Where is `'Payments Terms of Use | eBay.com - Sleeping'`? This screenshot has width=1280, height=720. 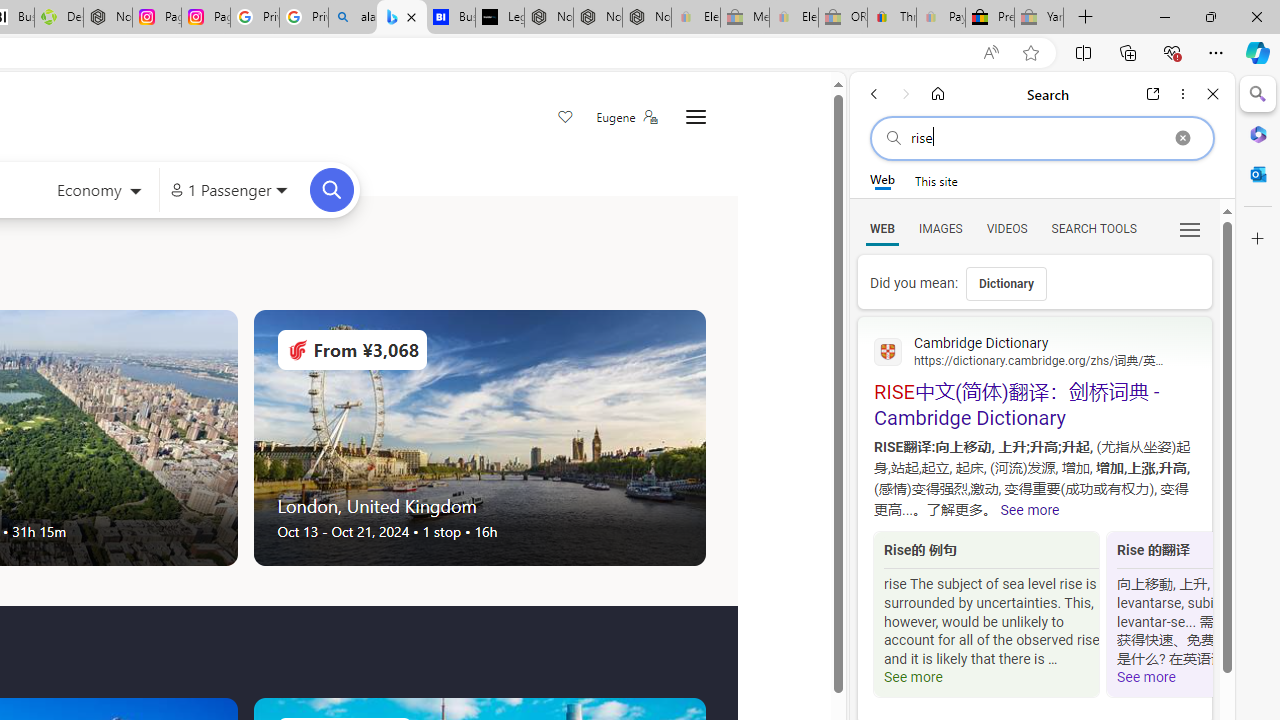 'Payments Terms of Use | eBay.com - Sleeping' is located at coordinates (939, 17).